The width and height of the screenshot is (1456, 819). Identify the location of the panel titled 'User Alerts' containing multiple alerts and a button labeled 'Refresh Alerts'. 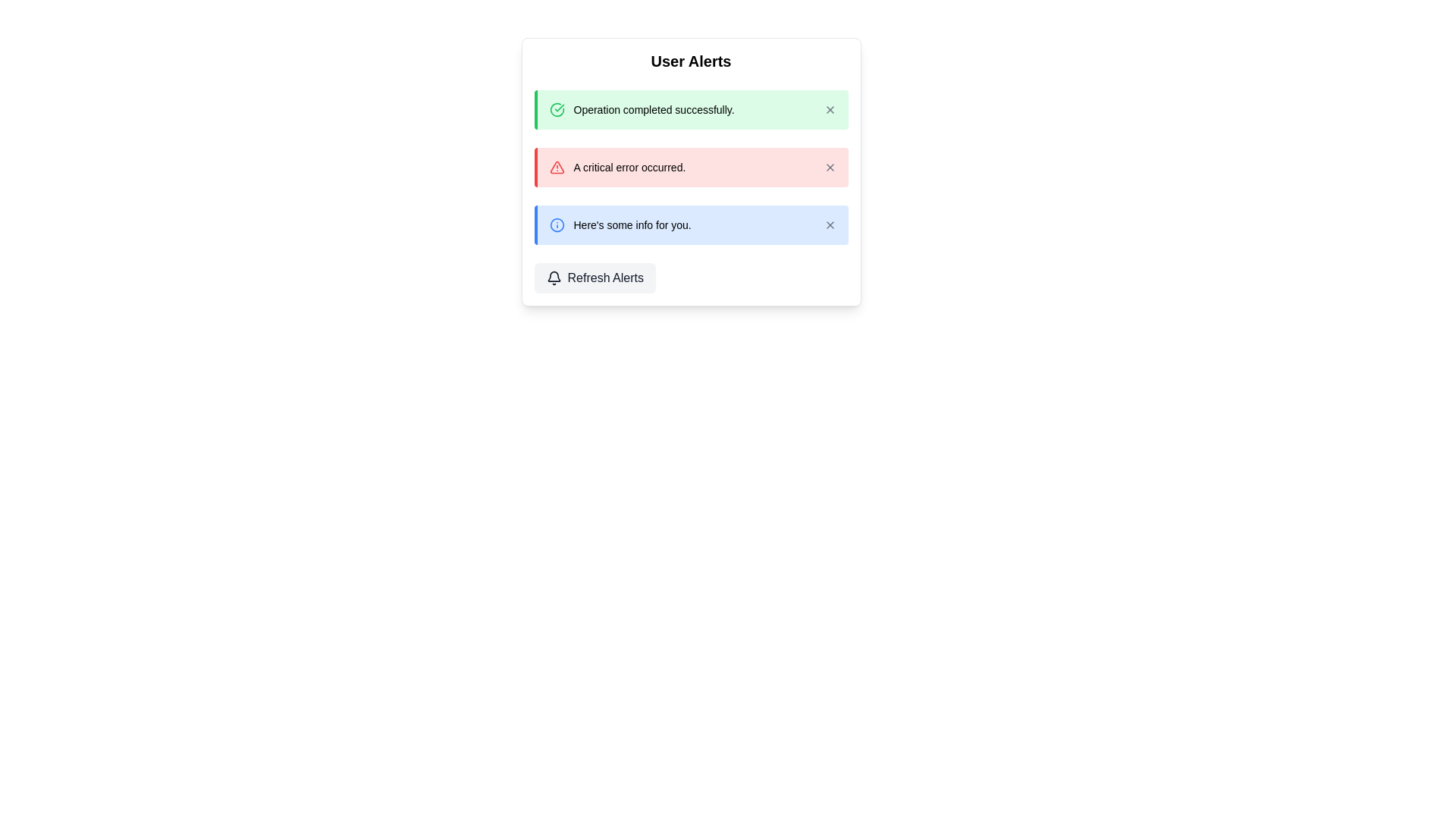
(690, 171).